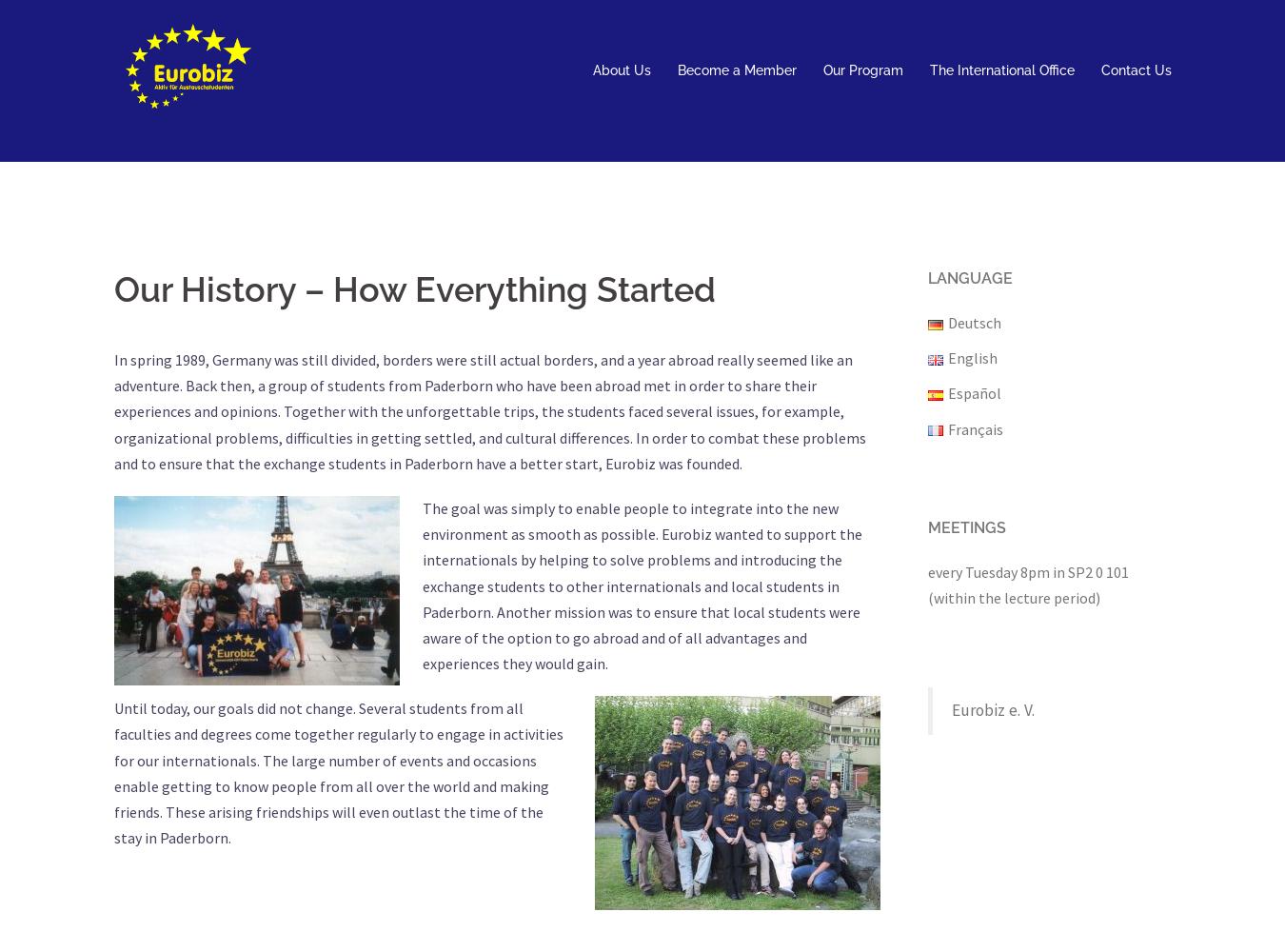  What do you see at coordinates (993, 709) in the screenshot?
I see `'Eurobiz e. V.'` at bounding box center [993, 709].